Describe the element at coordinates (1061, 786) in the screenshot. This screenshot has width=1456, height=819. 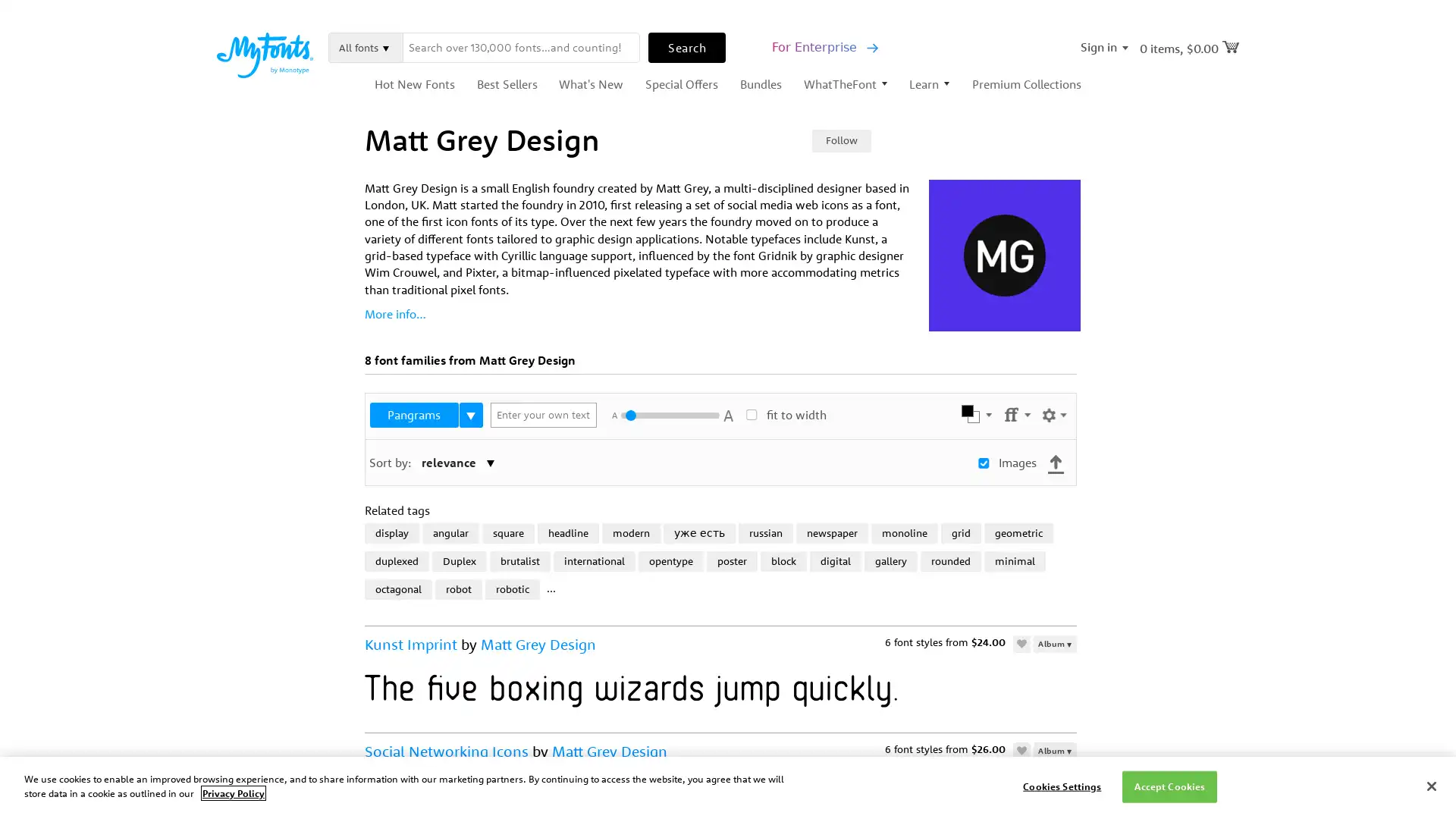
I see `Cookies Settings` at that location.